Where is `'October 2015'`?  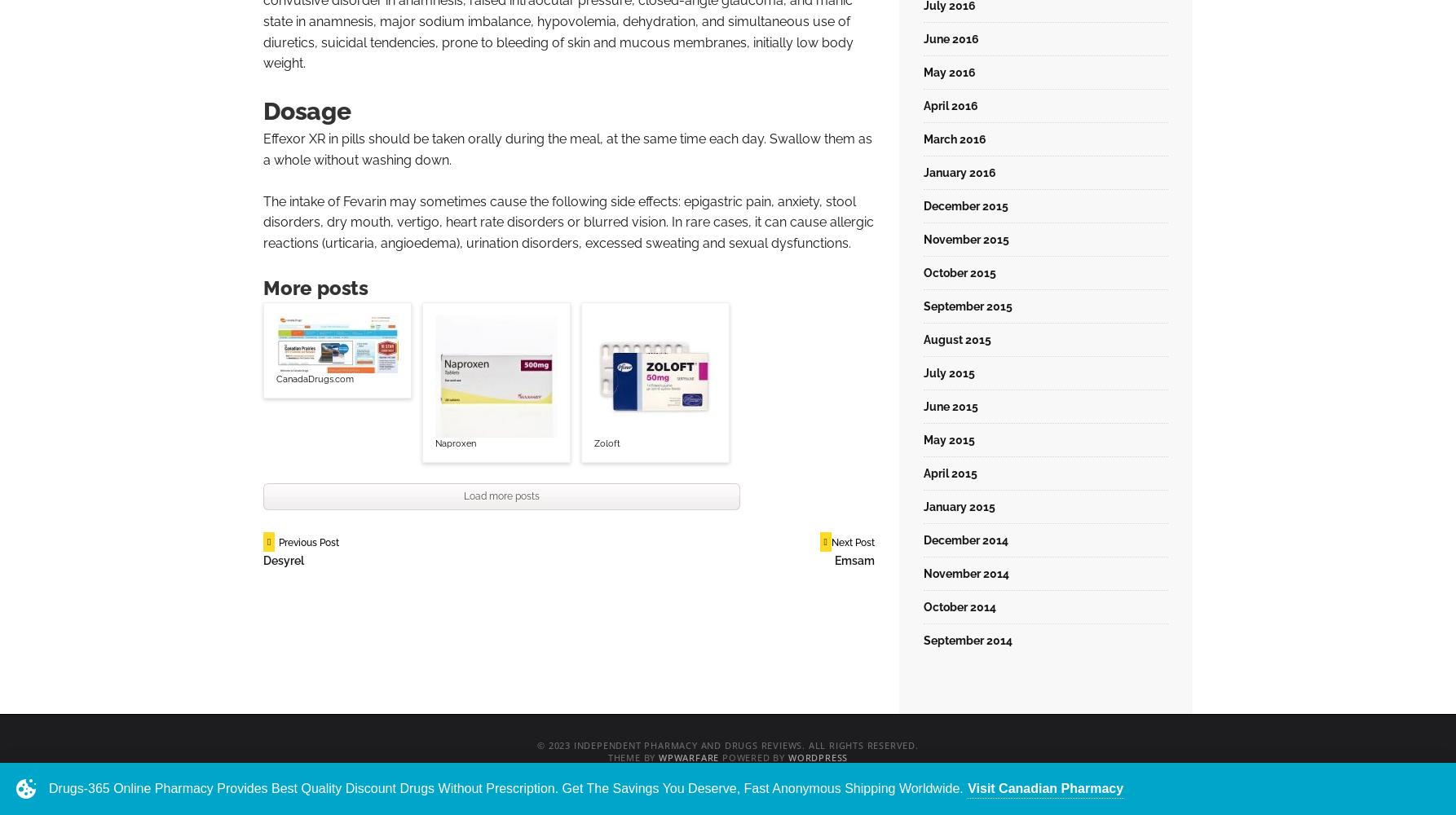 'October 2015' is located at coordinates (959, 271).